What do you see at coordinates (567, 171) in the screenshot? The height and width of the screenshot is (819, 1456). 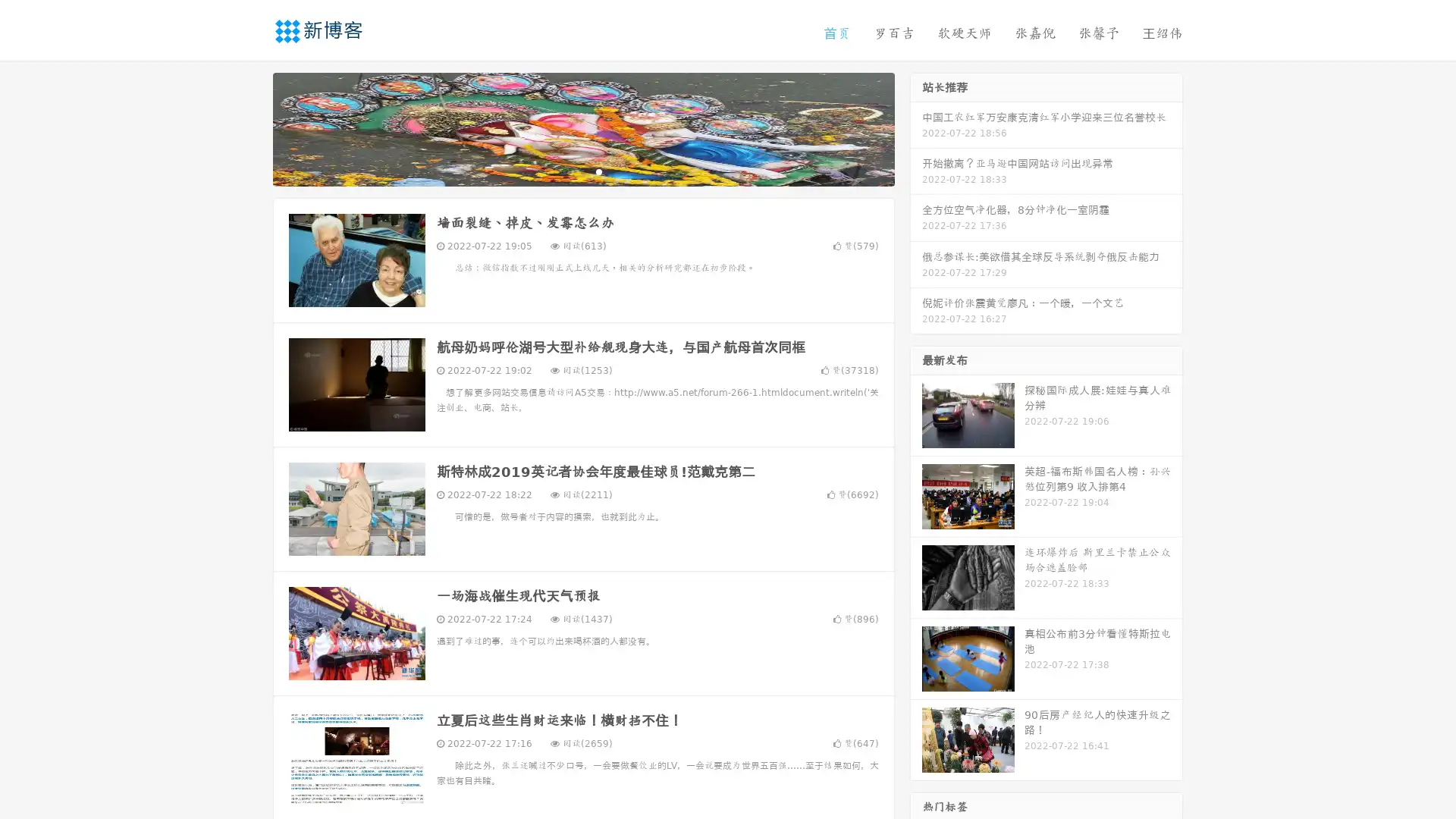 I see `Go to slide 1` at bounding box center [567, 171].